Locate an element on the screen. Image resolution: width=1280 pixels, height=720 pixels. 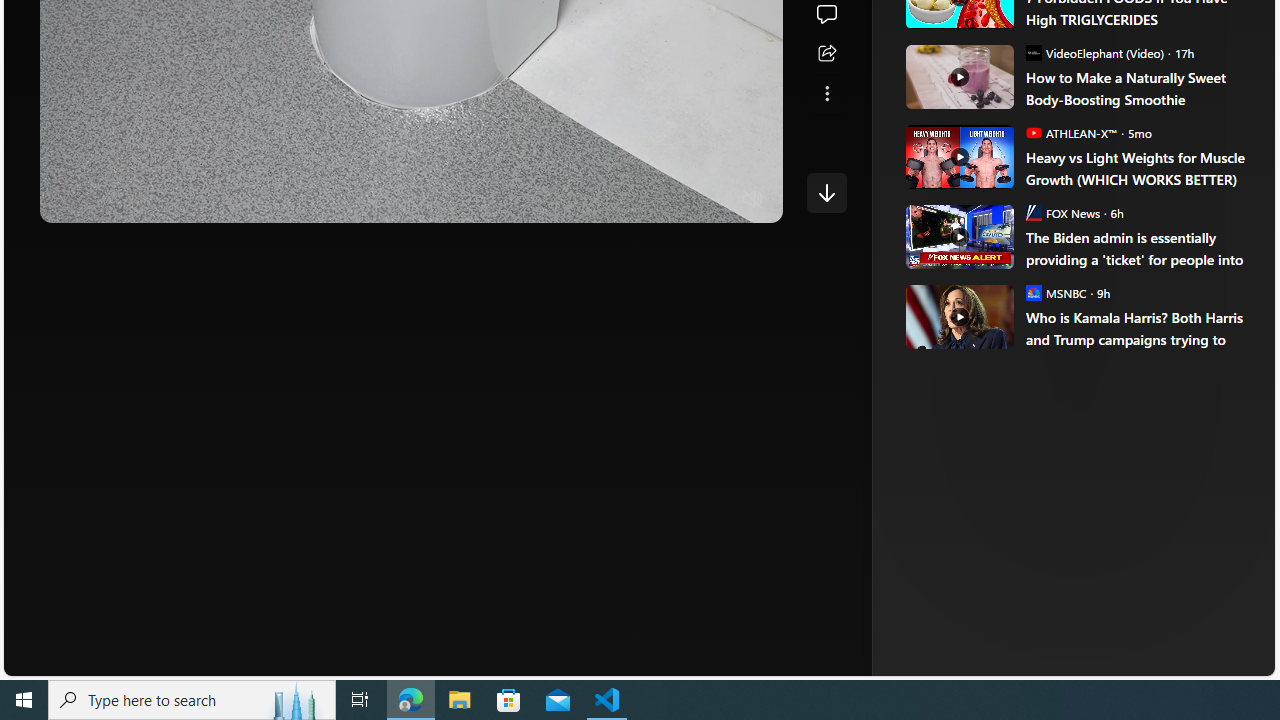
'Class: control' is located at coordinates (826, 192).